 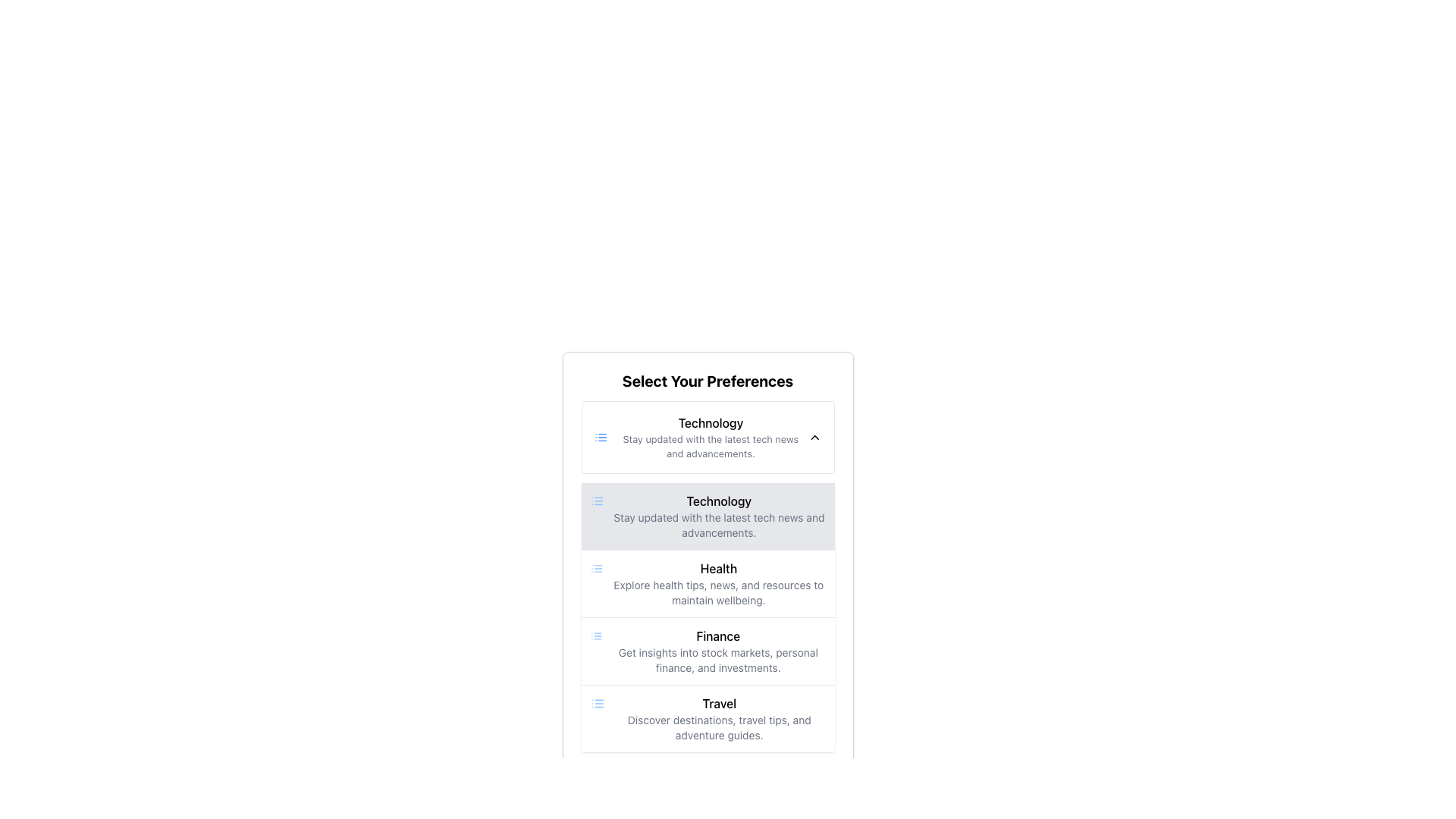 What do you see at coordinates (717, 583) in the screenshot?
I see `the Text label with descriptive content that provides information about health topics, located below the 'Technology' section and above the 'Finance' section` at bounding box center [717, 583].